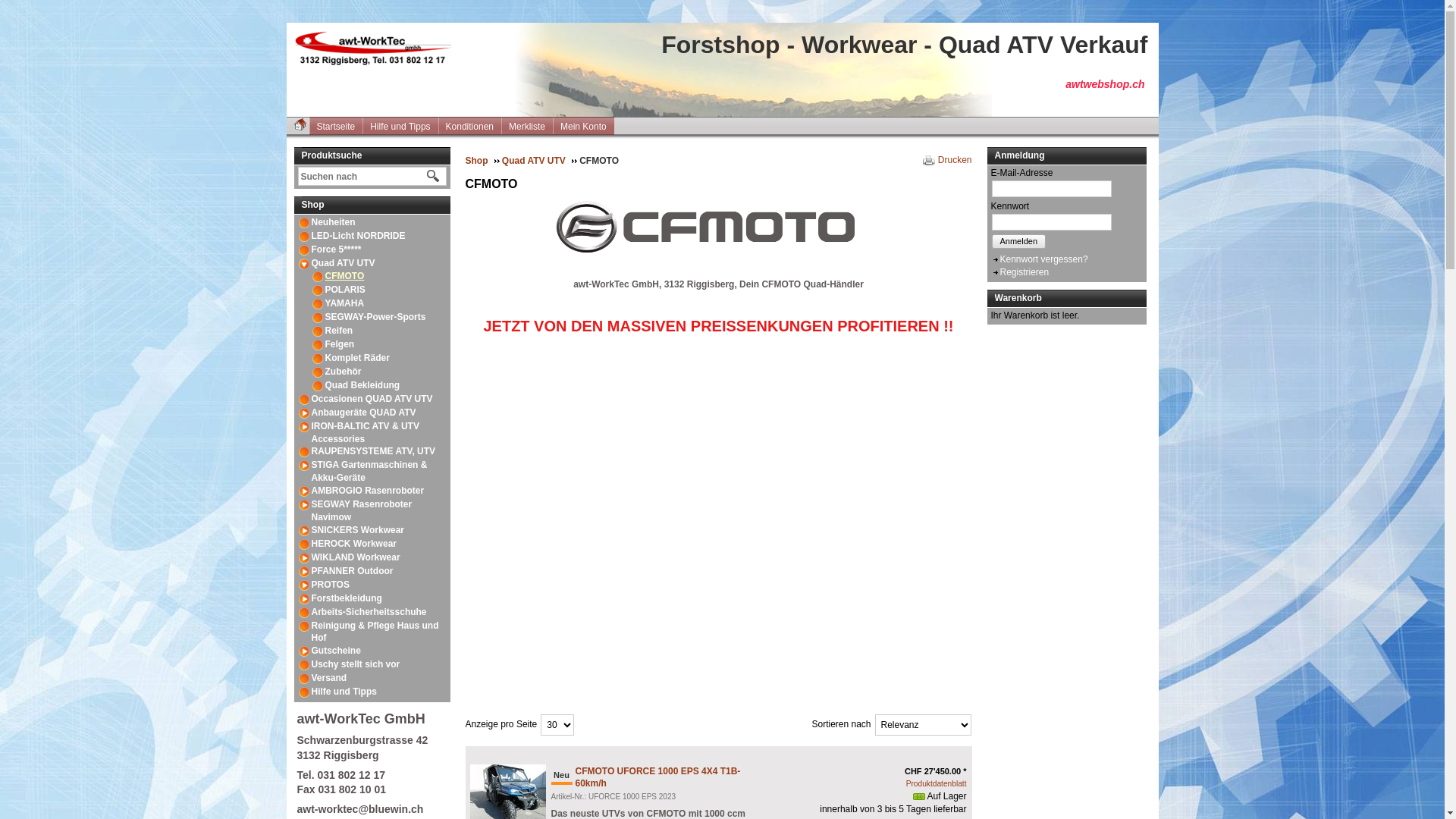 The height and width of the screenshot is (819, 1456). Describe the element at coordinates (1019, 240) in the screenshot. I see `'Anmelden'` at that location.